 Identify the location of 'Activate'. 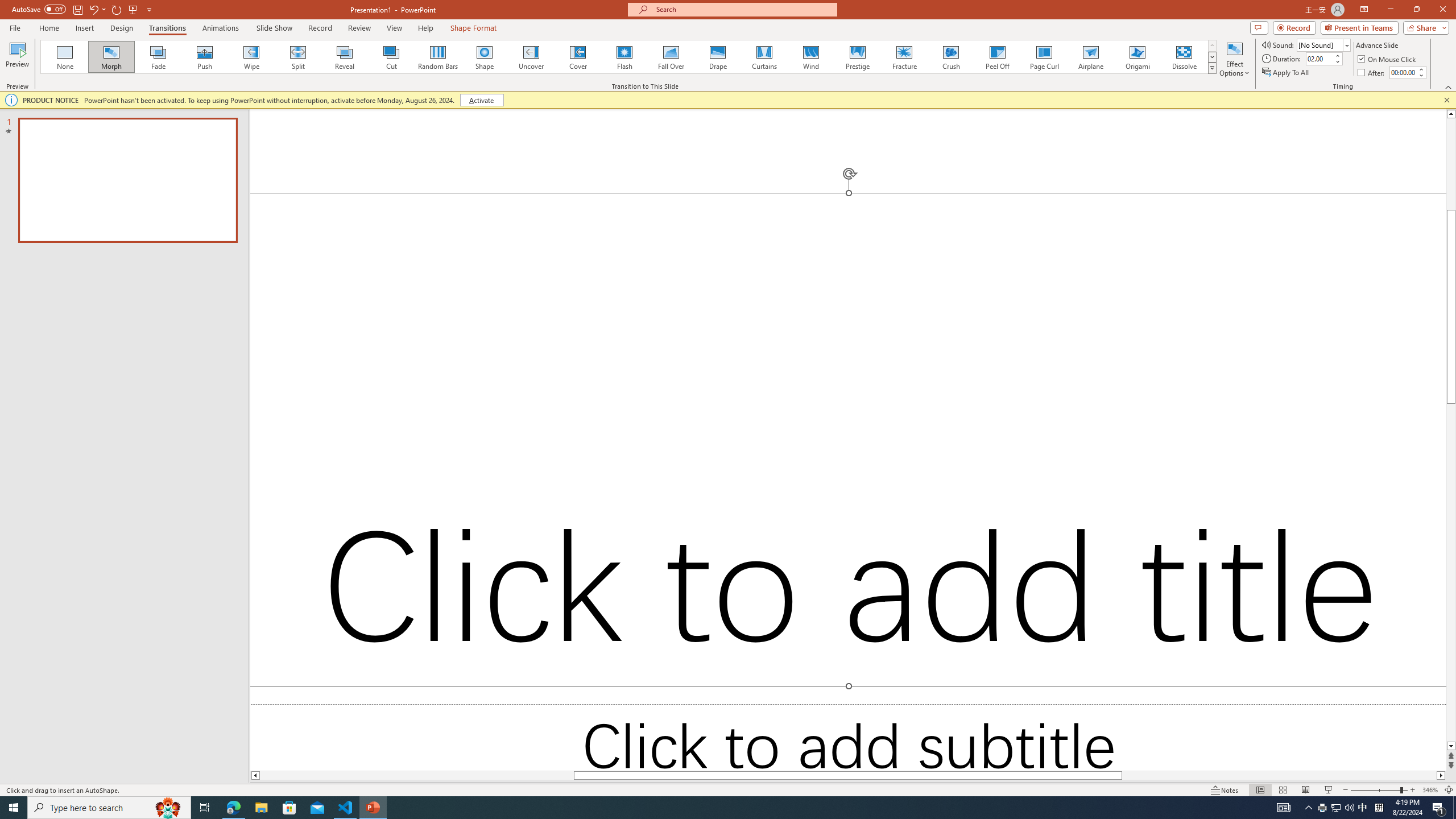
(482, 100).